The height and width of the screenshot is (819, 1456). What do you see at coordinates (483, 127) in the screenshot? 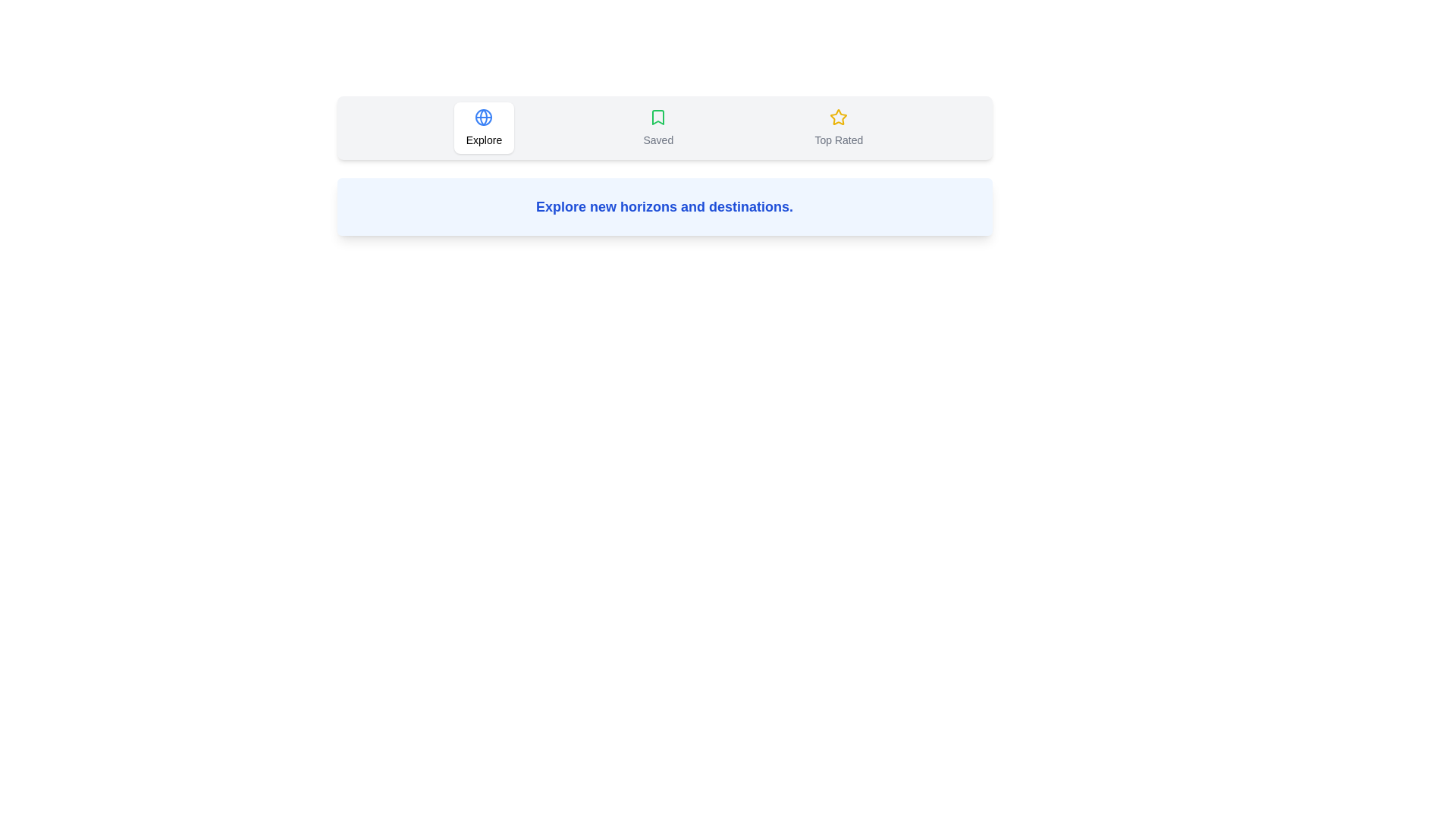
I see `the Explore tab` at bounding box center [483, 127].